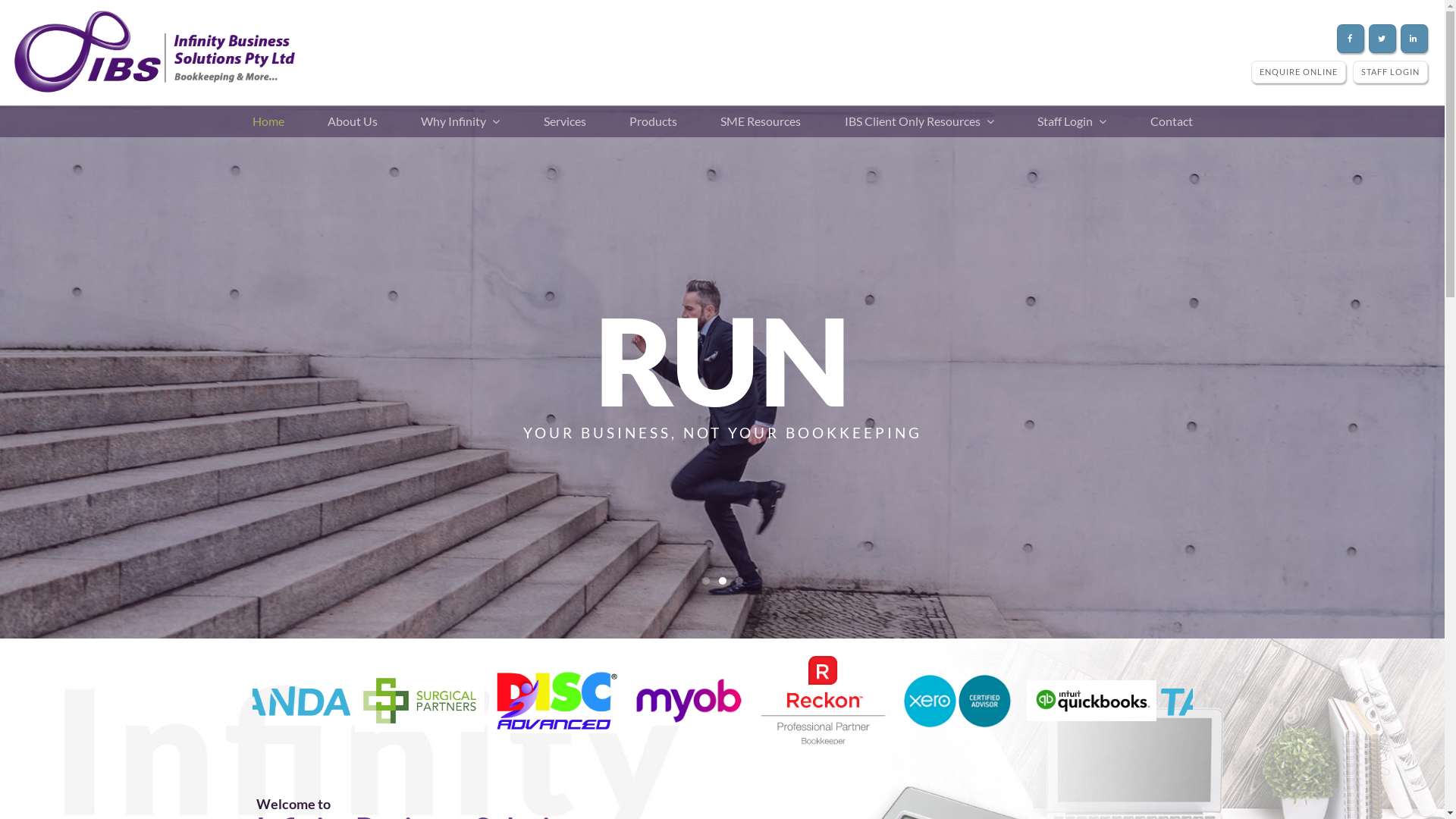 The width and height of the screenshot is (1456, 819). What do you see at coordinates (459, 120) in the screenshot?
I see `'Why Infinity'` at bounding box center [459, 120].